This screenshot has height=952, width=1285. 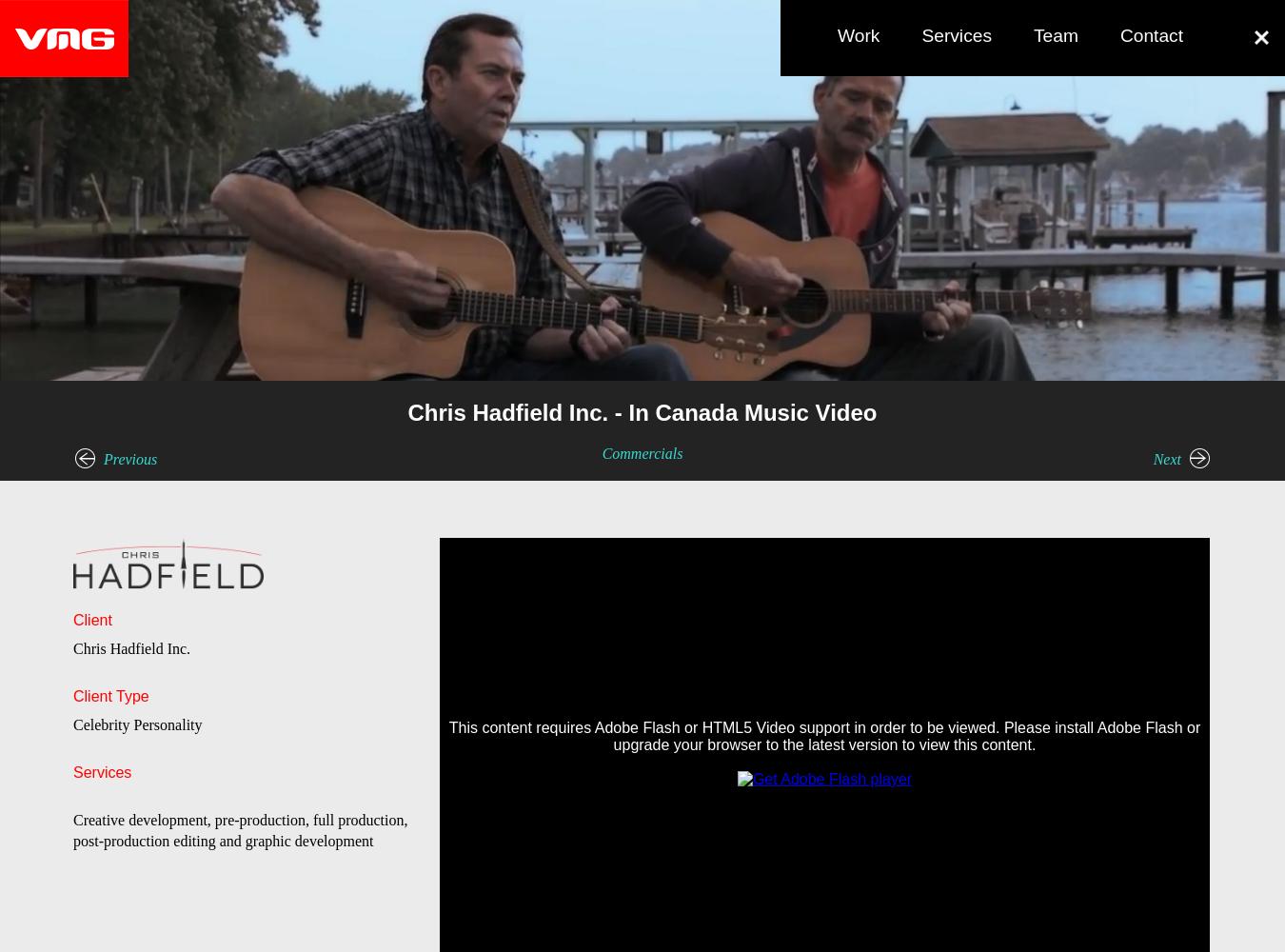 I want to click on 'Creative development, pre-production, full production, post-production editing and graphic development', so click(x=239, y=828).